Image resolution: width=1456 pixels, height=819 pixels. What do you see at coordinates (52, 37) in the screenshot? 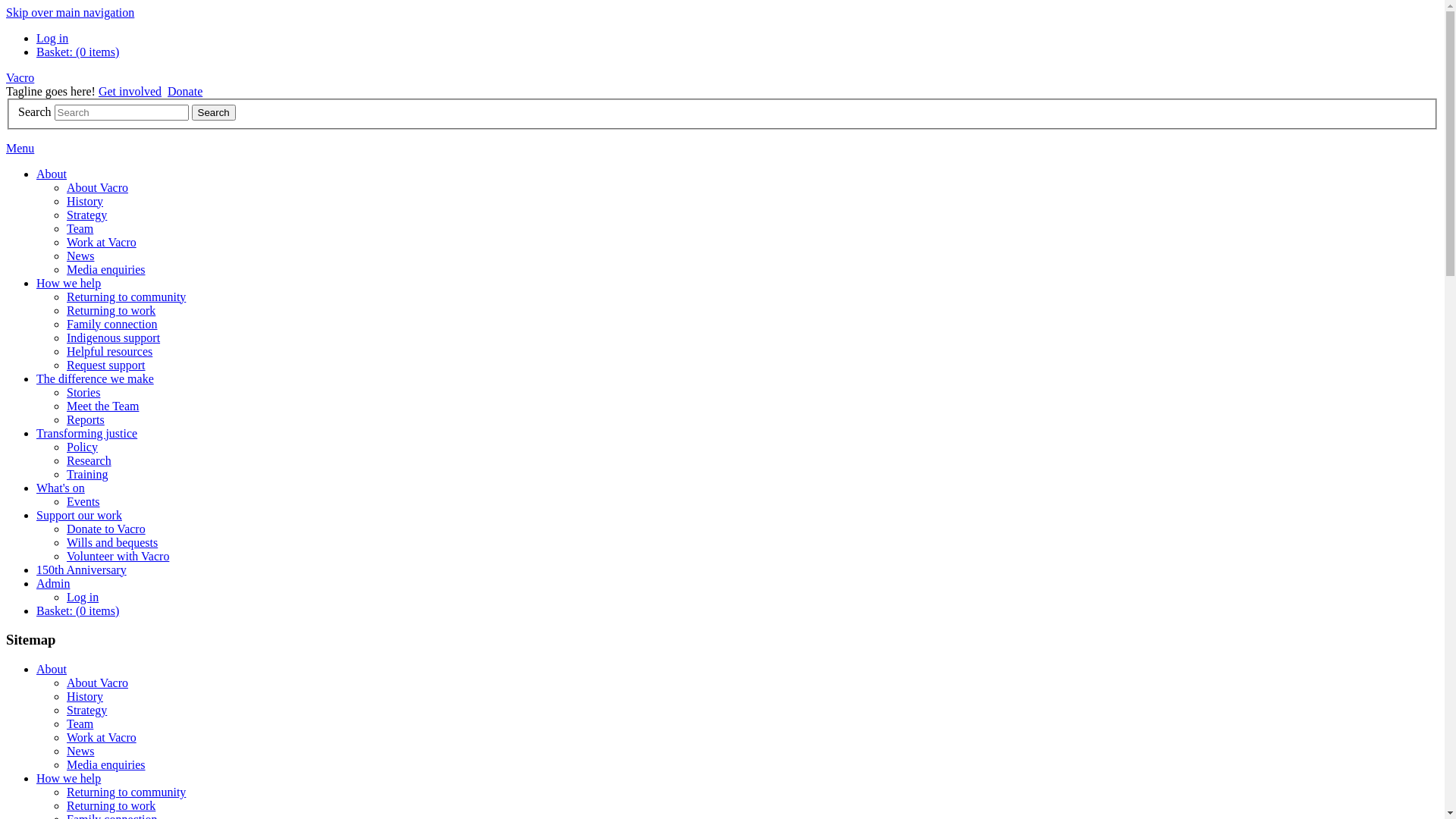
I see `'Log in'` at bounding box center [52, 37].